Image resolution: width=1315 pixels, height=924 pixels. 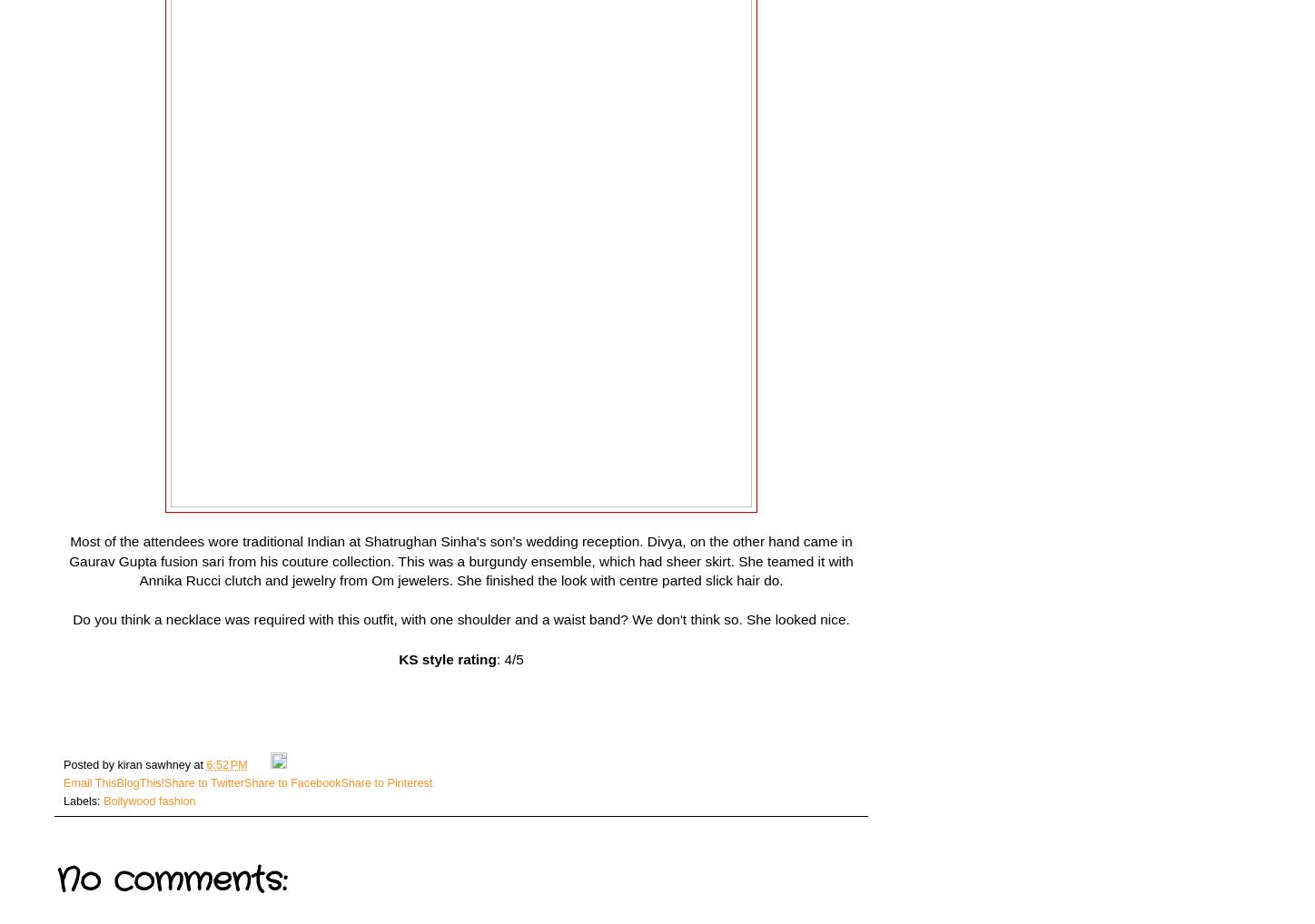 What do you see at coordinates (460, 560) in the screenshot?
I see `'Most of the attendees wore traditional Indian at Shatrughan Sinha's son's wedding reception. Divya, on the other hand came in Gaurav Gupta fusion sari from his couture collection. This was a burgundy ensemble, which had sheer skirt. She teamed it with Annika Rucci clutch and jewelry from Om jewelers. She finished the look with centre parted slick hair do.'` at bounding box center [460, 560].